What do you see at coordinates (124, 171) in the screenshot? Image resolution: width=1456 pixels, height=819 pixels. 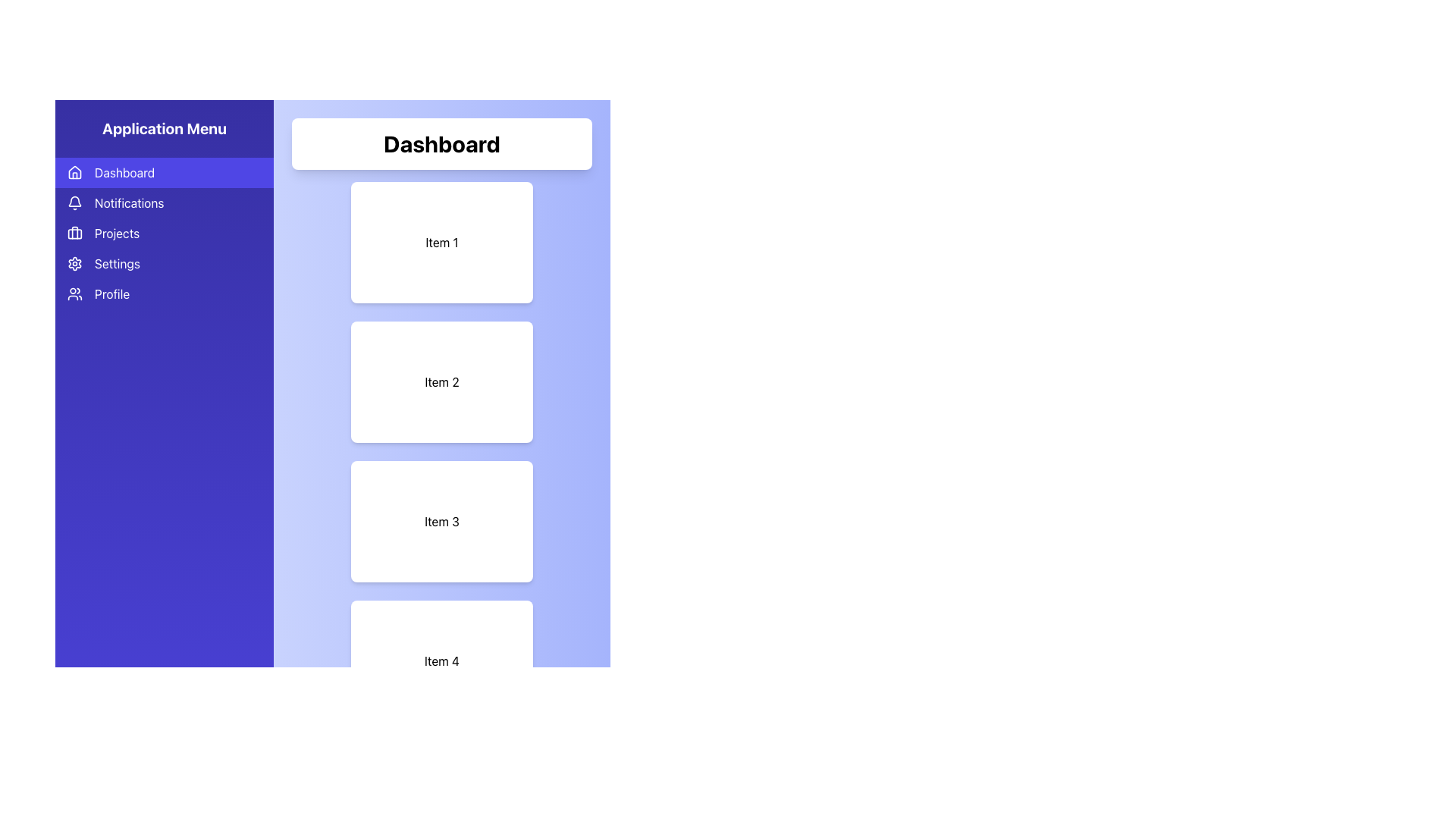 I see `the 'Dashboard' static text label in the left sidebar menu to indicate the current view` at bounding box center [124, 171].